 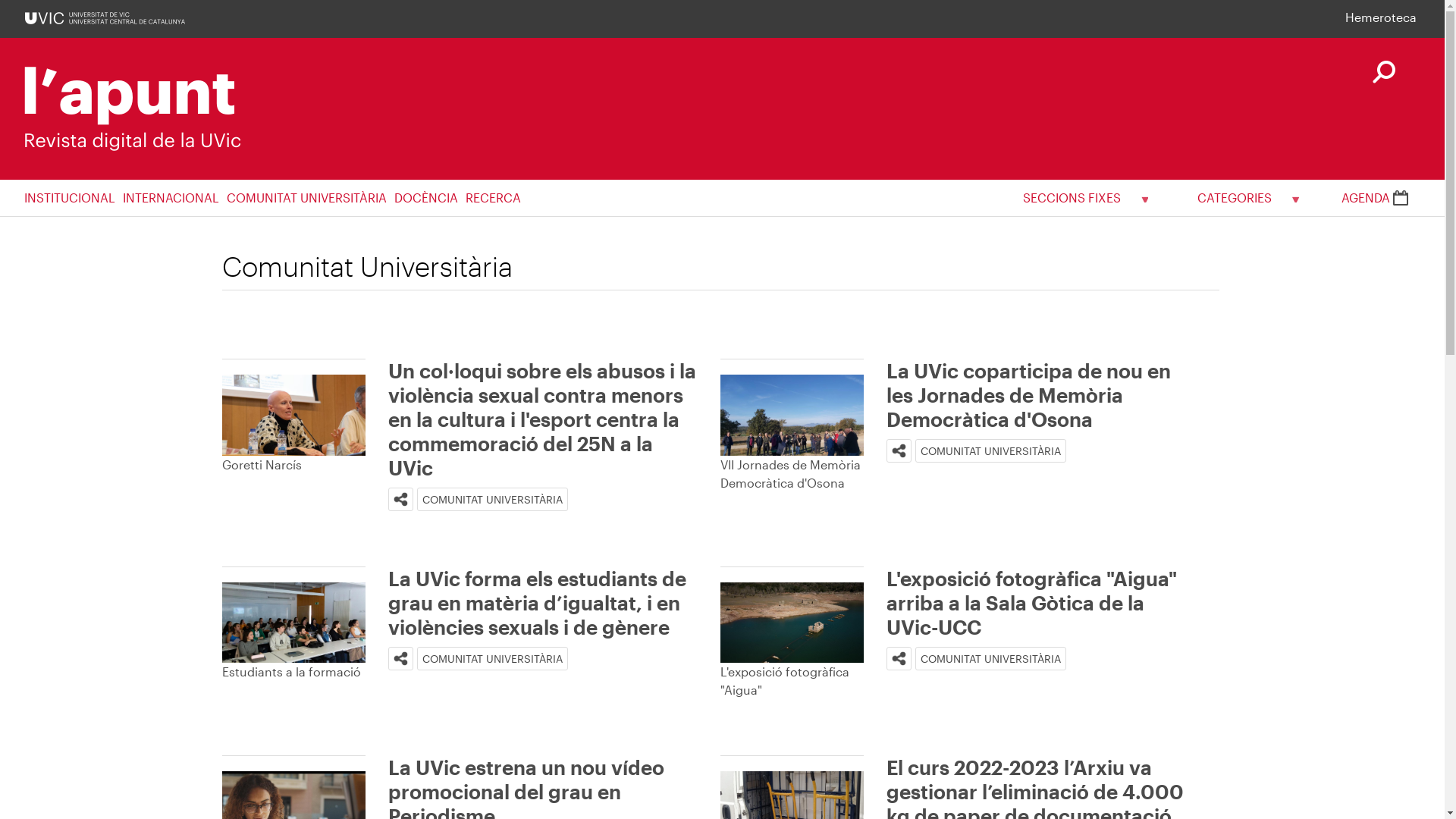 I want to click on 'AGENDA', so click(x=1375, y=196).